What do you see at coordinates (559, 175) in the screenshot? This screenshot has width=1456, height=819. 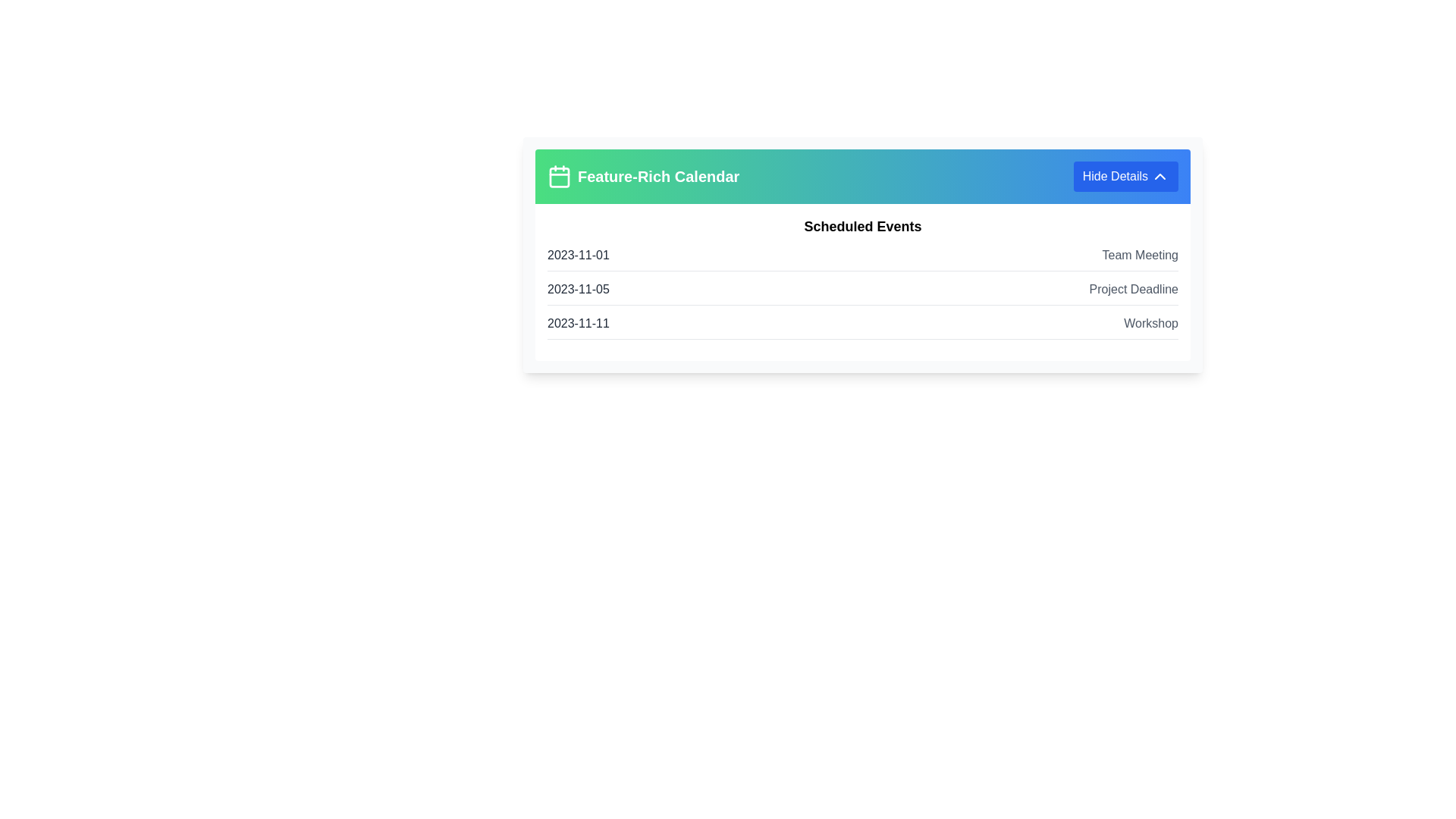 I see `the calendar icon with a wireframe design, outlined in white against a green background, located to the left of the text 'Feature-Rich Calendar'` at bounding box center [559, 175].